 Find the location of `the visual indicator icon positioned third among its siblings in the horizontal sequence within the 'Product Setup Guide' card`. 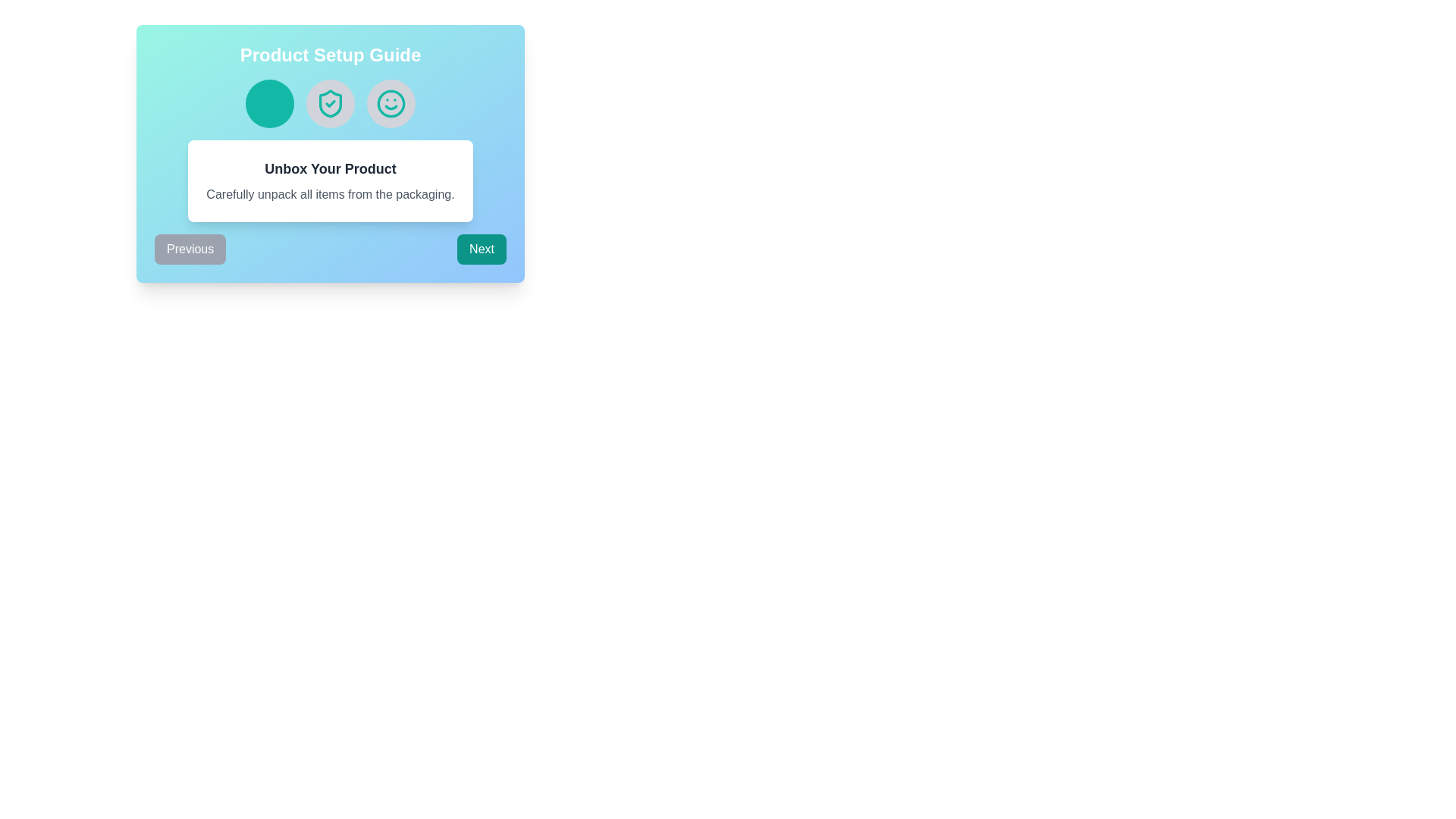

the visual indicator icon positioned third among its siblings in the horizontal sequence within the 'Product Setup Guide' card is located at coordinates (391, 103).